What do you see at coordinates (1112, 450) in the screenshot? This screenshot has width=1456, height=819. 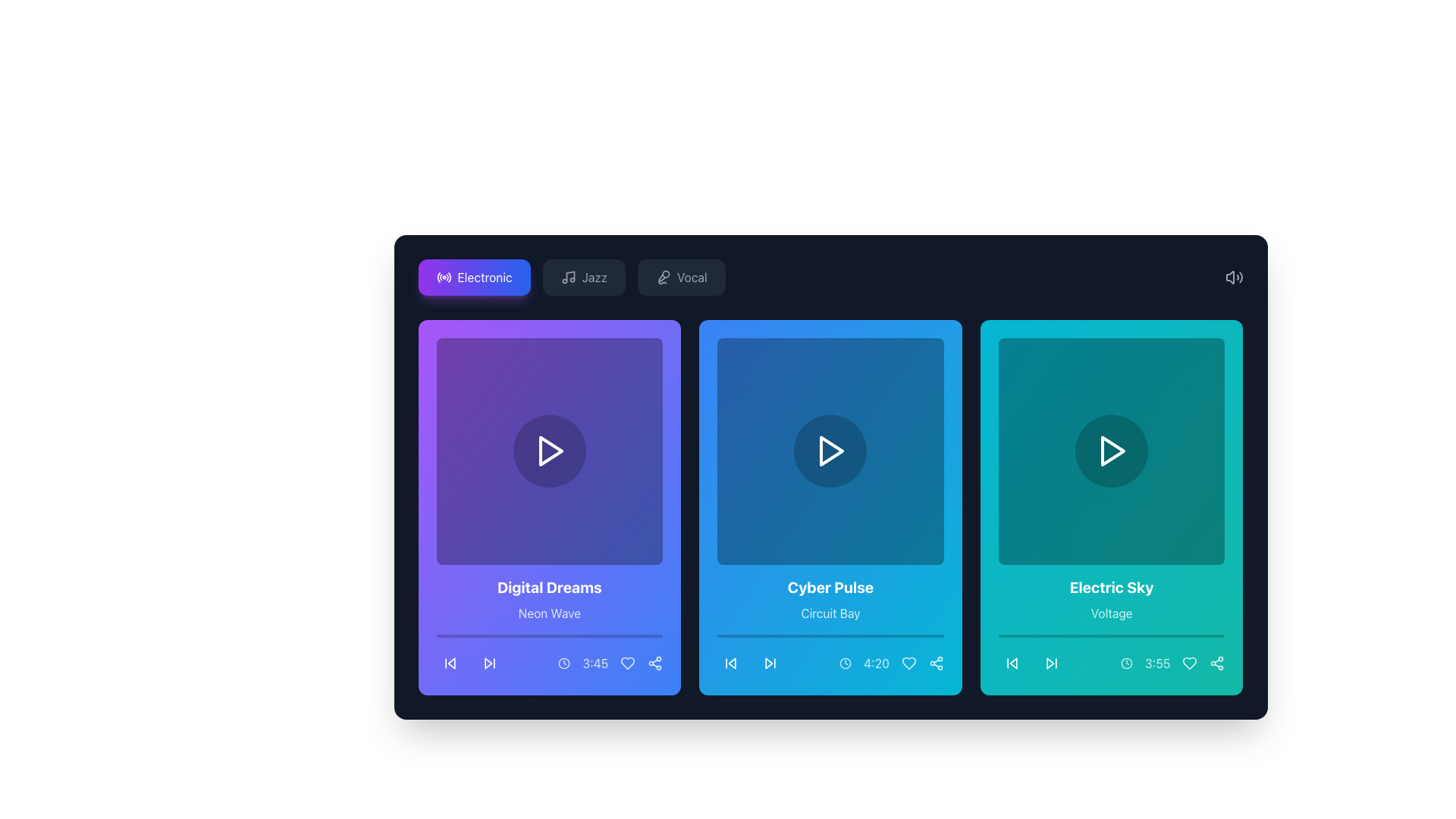 I see `the white triangular play icon button within the circular button that is located in the third card from the left, which is associated with the ‘Electric Sky’ track information` at bounding box center [1112, 450].